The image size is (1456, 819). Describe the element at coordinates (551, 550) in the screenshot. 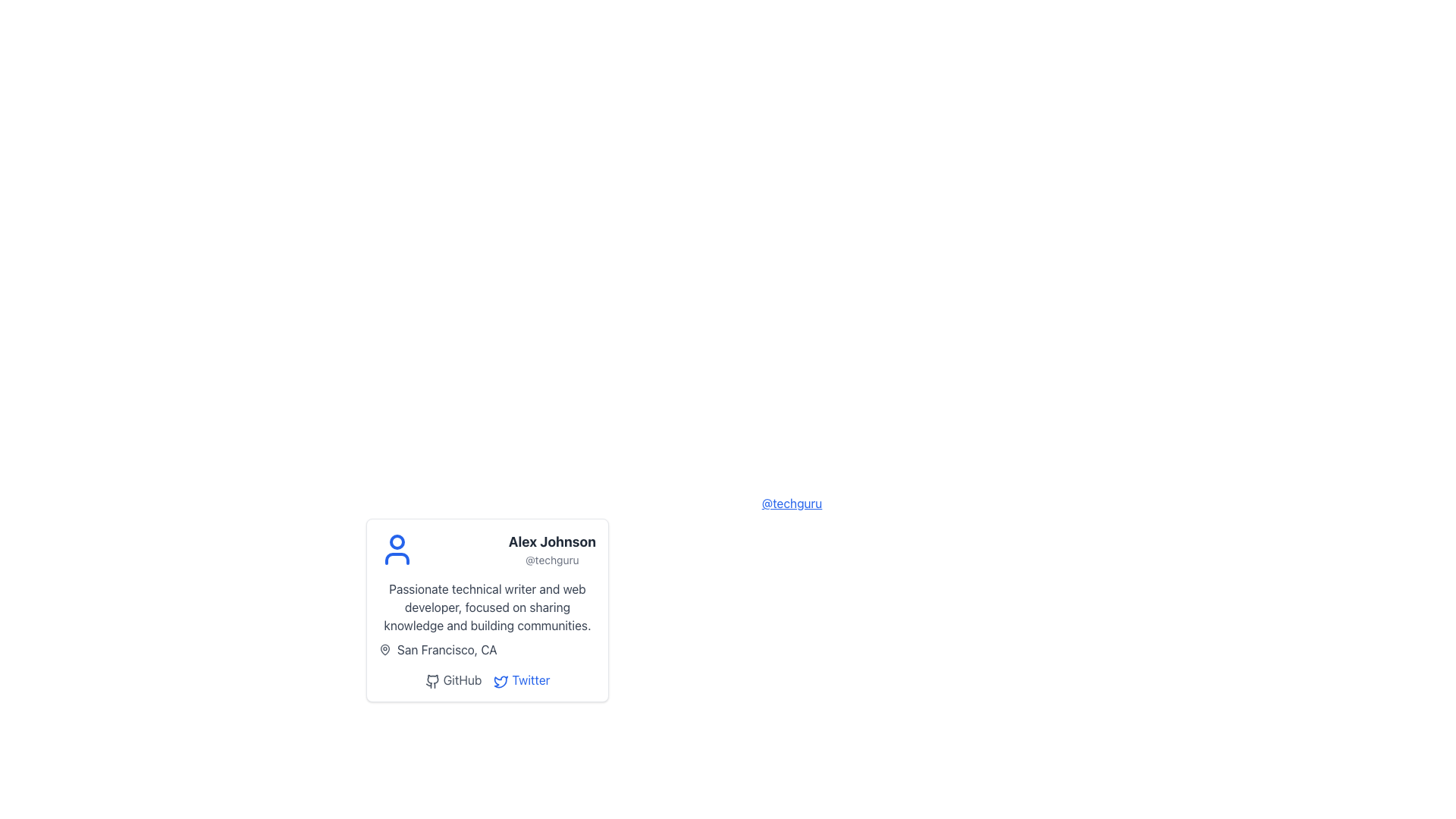

I see `displayed name 'Alex Johnson' and username '@techguru' from the Text Display located in the right section of a card-like component, adjacent to a blue user avatar icon` at that location.